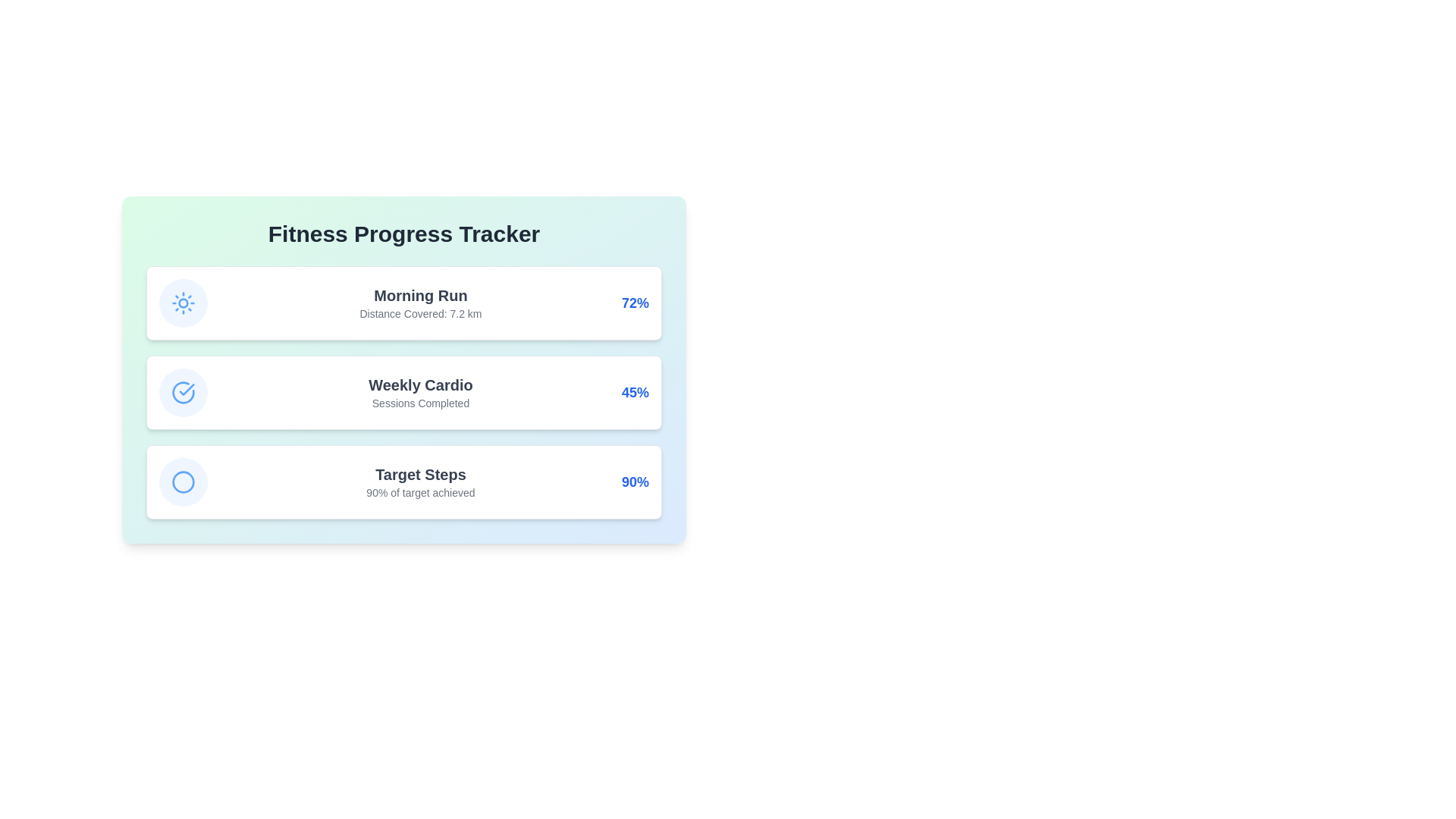 This screenshot has height=819, width=1456. What do you see at coordinates (635, 303) in the screenshot?
I see `the text label displaying '72%' in bold, blue sans-serif font, located on the right side of the 'Morning Run' card in the 'Fitness Progress Tracker'` at bounding box center [635, 303].